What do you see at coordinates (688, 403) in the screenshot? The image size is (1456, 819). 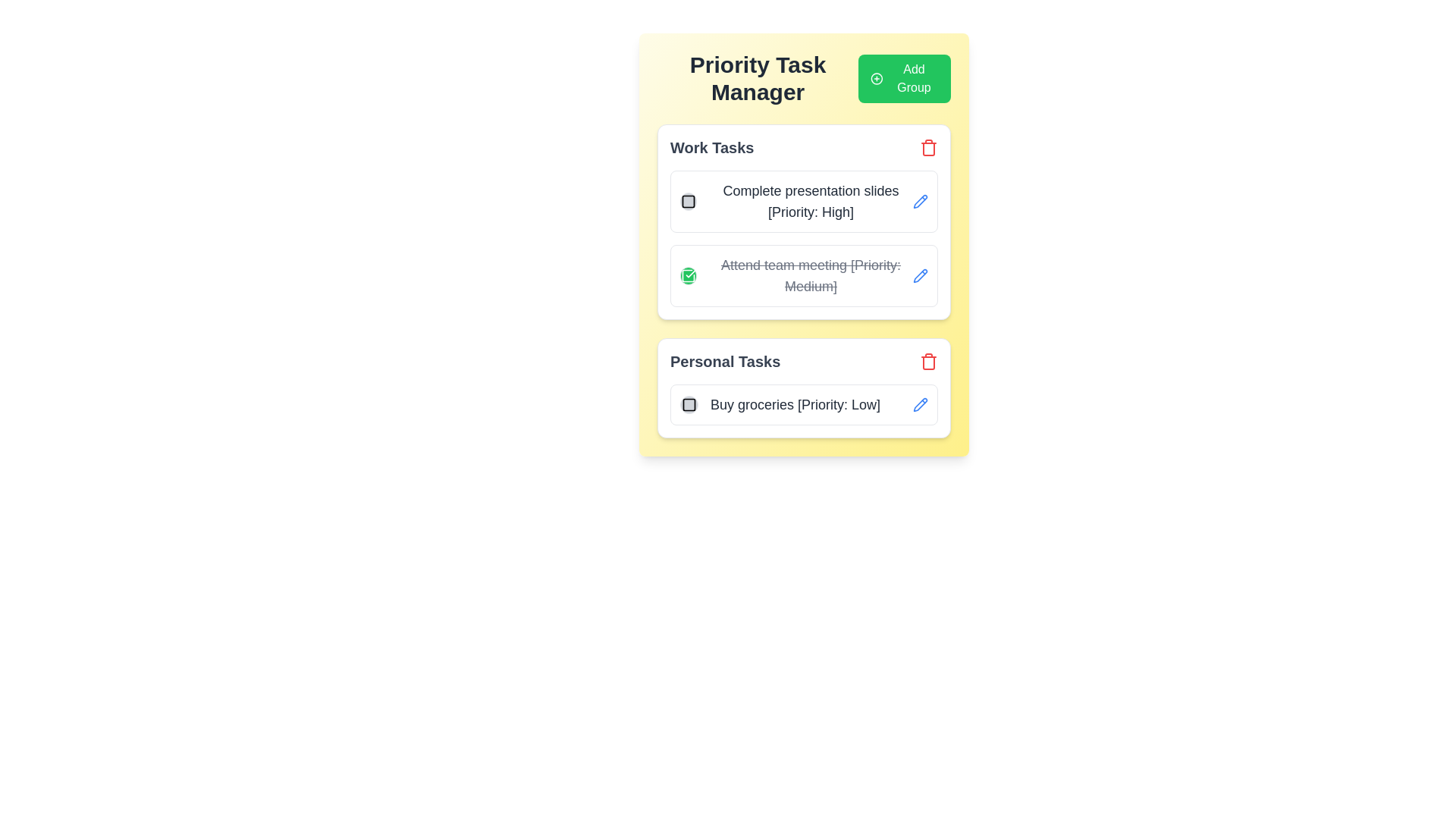 I see `the checkbox next to the text 'Buy groceries [Priority: Low]'` at bounding box center [688, 403].